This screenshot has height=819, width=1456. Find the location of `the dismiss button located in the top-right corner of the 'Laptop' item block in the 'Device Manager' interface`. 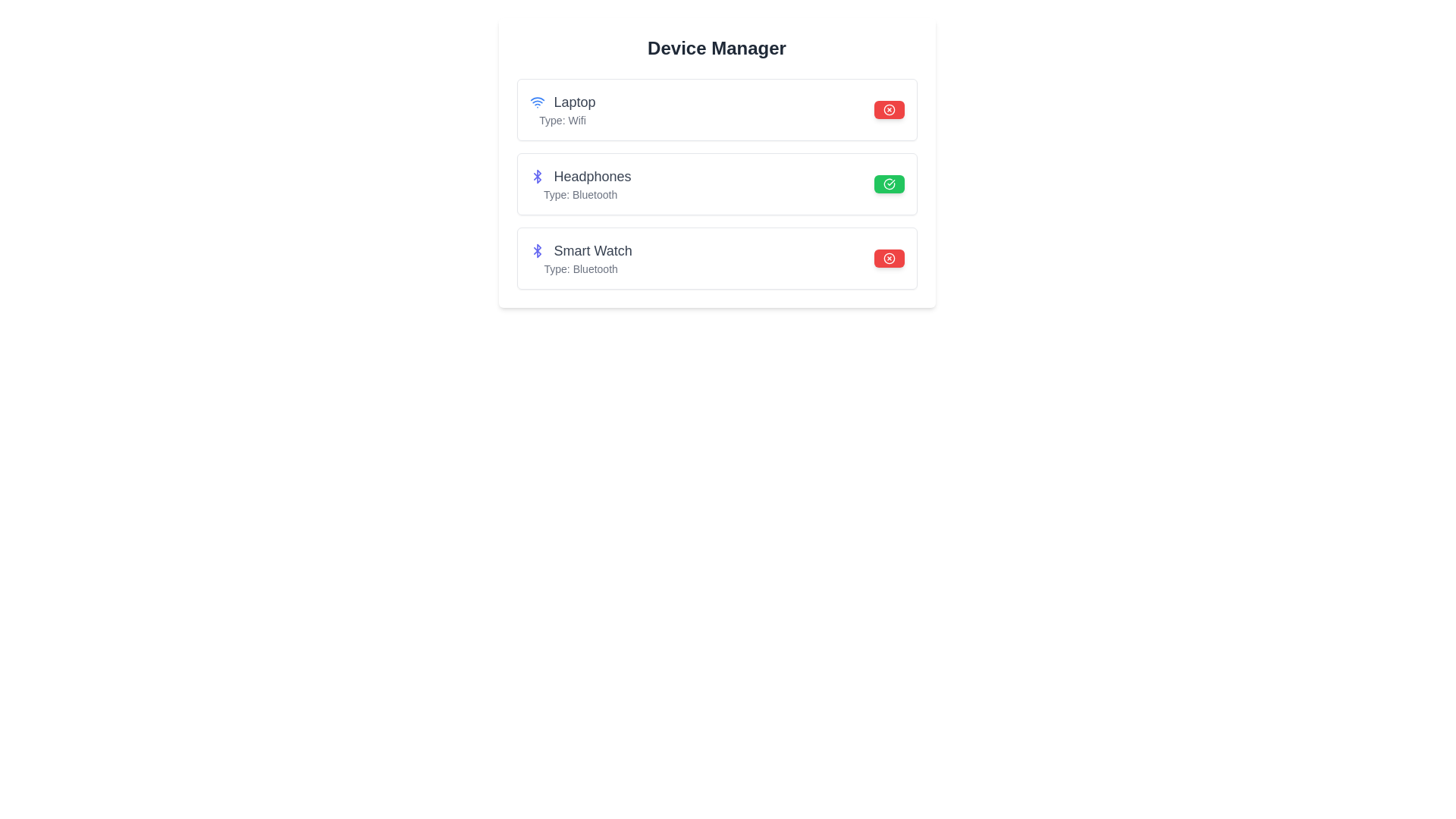

the dismiss button located in the top-right corner of the 'Laptop' item block in the 'Device Manager' interface is located at coordinates (889, 109).